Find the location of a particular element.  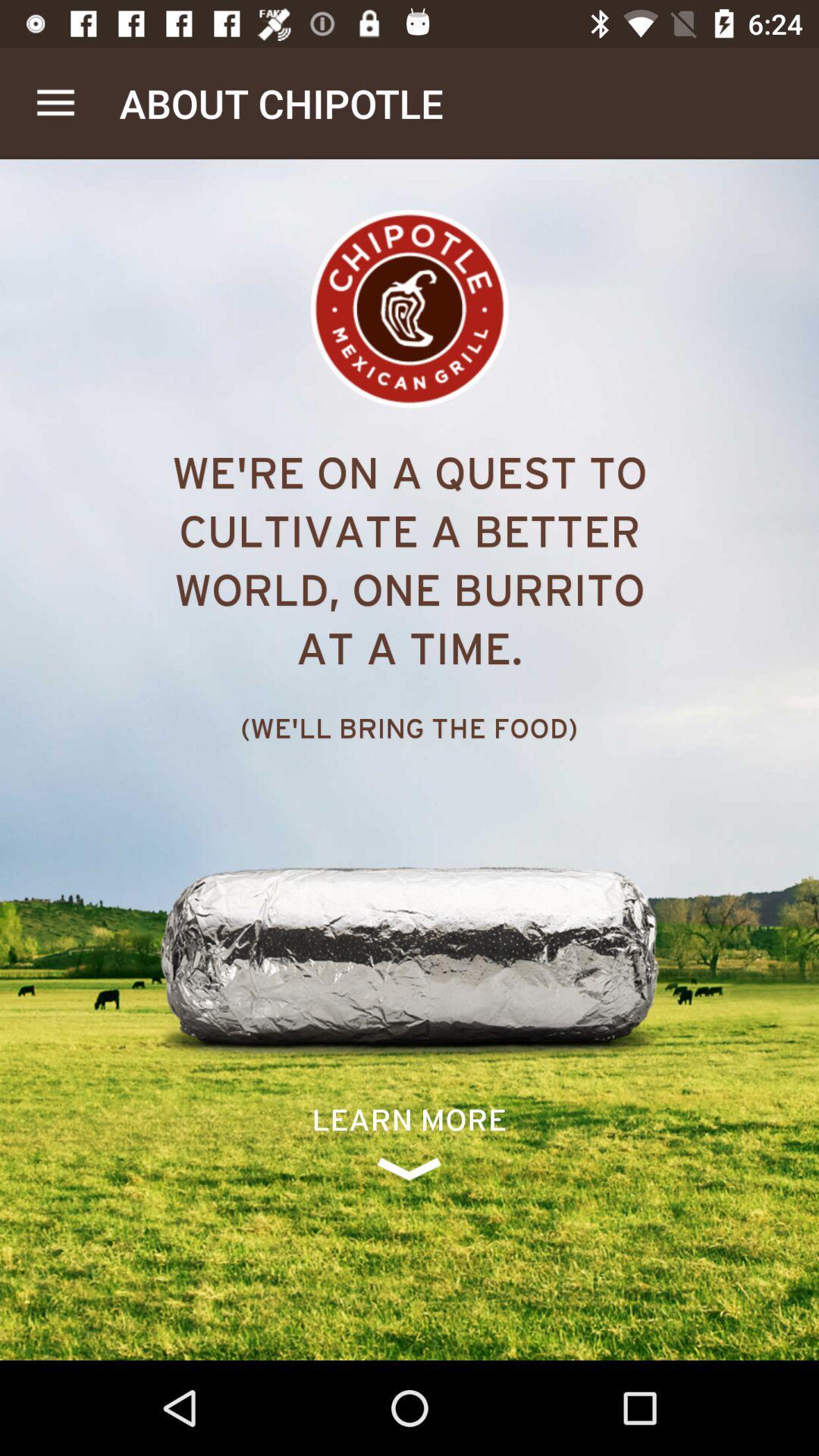

the app to the left of about chipotle item is located at coordinates (55, 102).